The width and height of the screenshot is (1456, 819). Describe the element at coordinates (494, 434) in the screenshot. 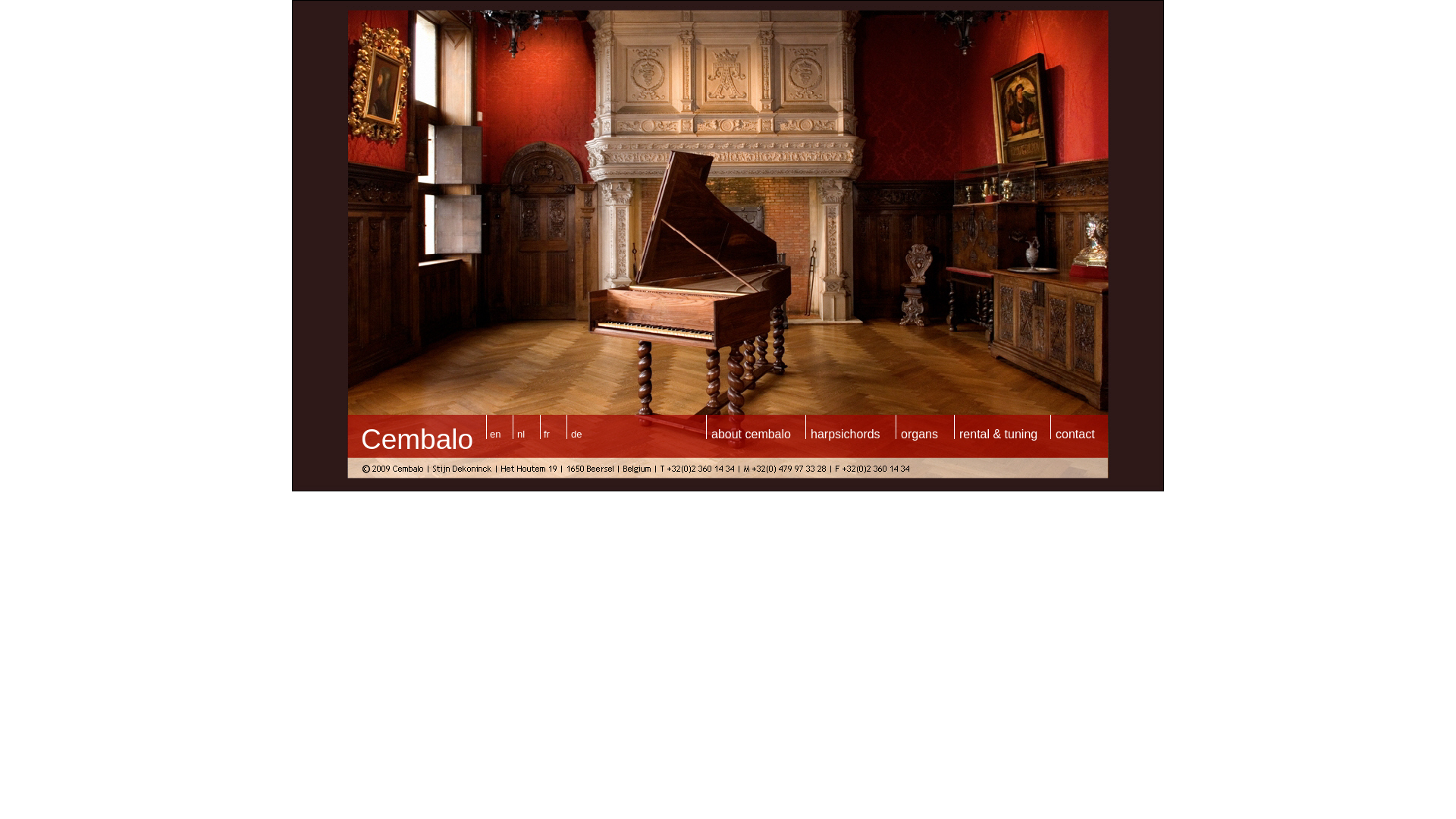

I see `'en'` at that location.